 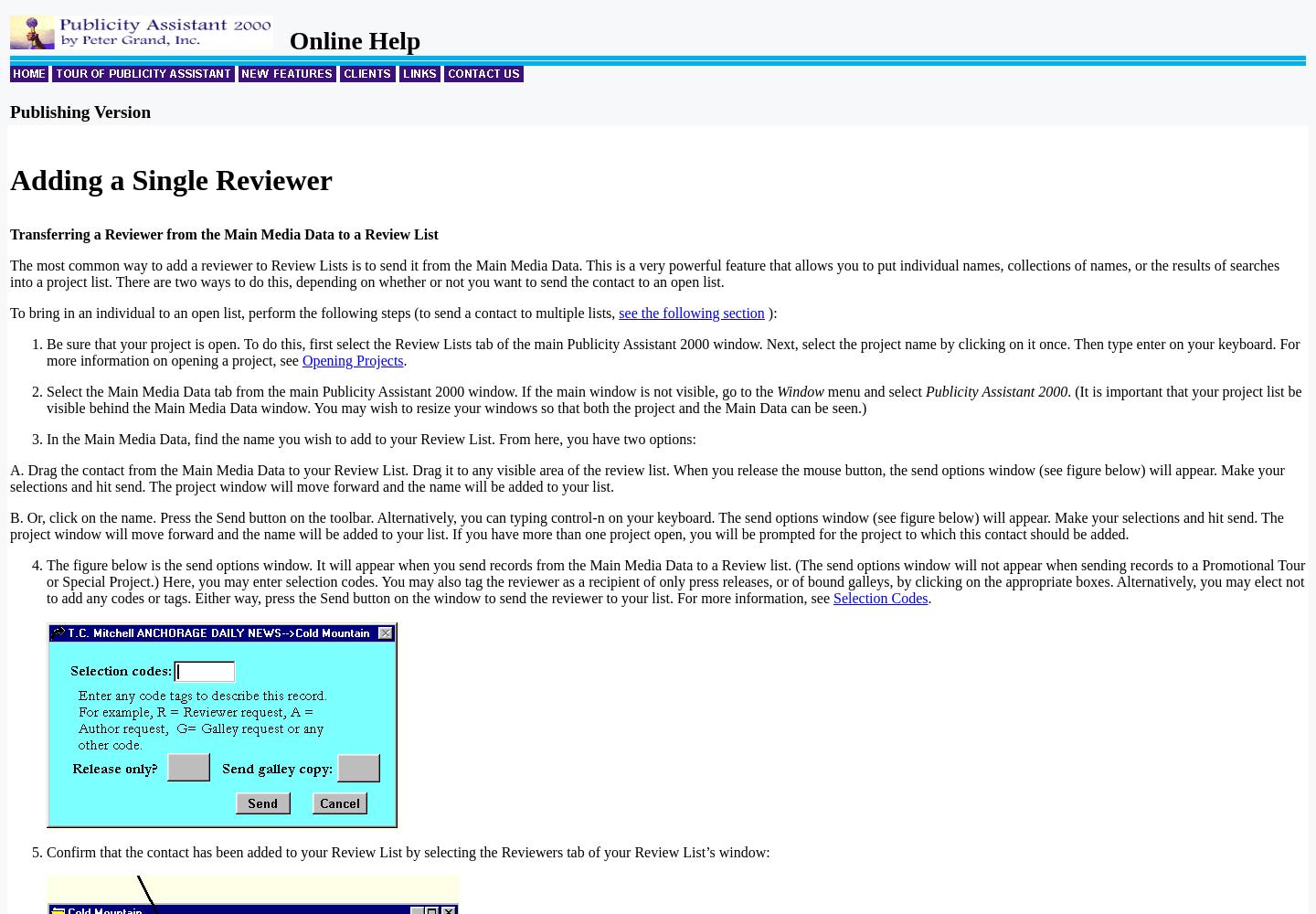 What do you see at coordinates (646, 525) in the screenshot?
I see `'B. Or, click on the name.  Press the Send button on the toolbar.  Alternatively,
you can typing control-n on your keyboard. The send options window (see figure
below) will appear.  Make your selections and hit send.  The project window
will move forward and the name will be added to your list. If you have more than
one project open, you will be prompted for the project to which this contact
should be added.'` at bounding box center [646, 525].